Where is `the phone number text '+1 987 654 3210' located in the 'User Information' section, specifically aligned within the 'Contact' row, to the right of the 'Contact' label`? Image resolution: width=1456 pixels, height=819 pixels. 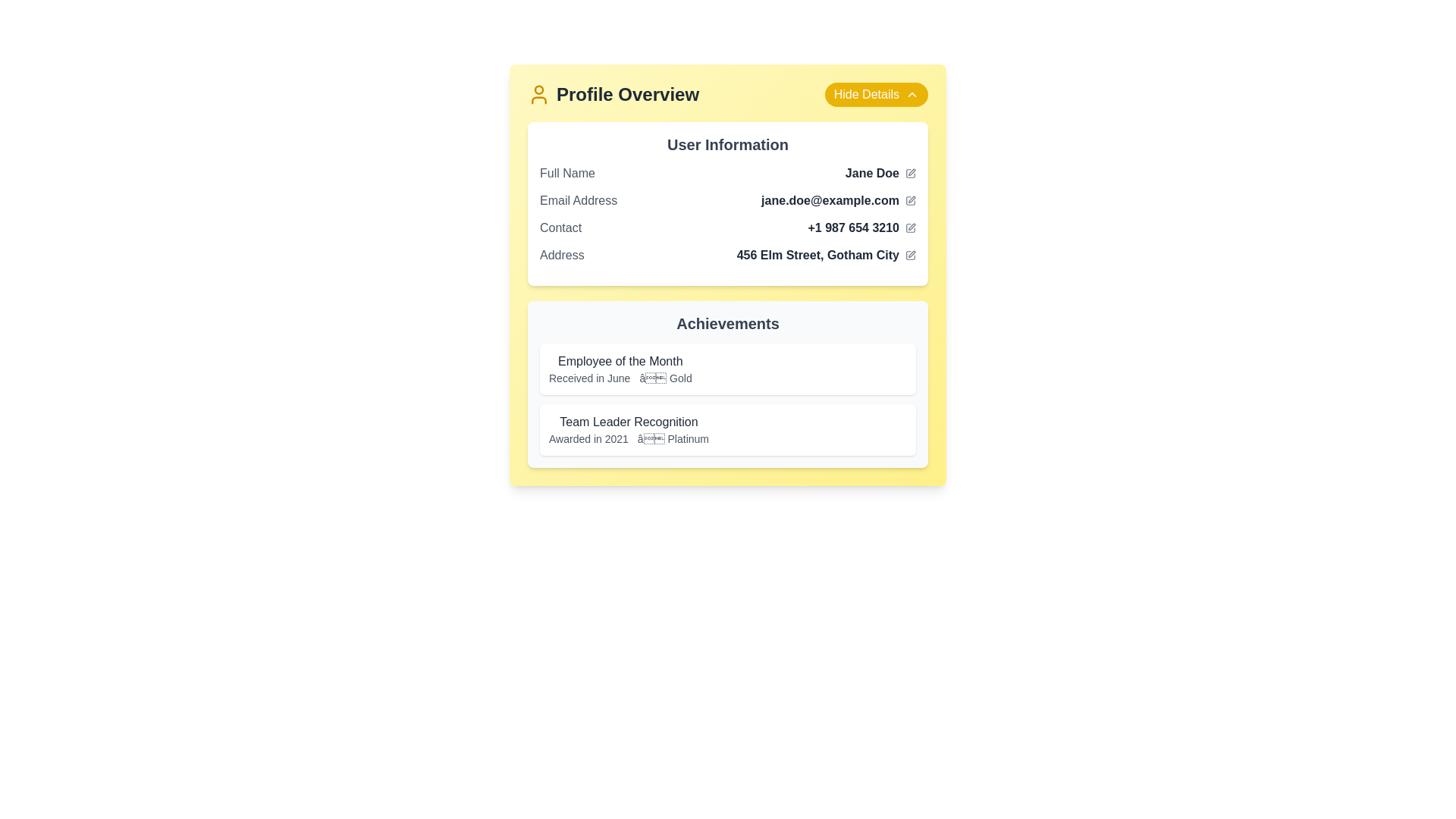 the phone number text '+1 987 654 3210' located in the 'User Information' section, specifically aligned within the 'Contact' row, to the right of the 'Contact' label is located at coordinates (861, 227).